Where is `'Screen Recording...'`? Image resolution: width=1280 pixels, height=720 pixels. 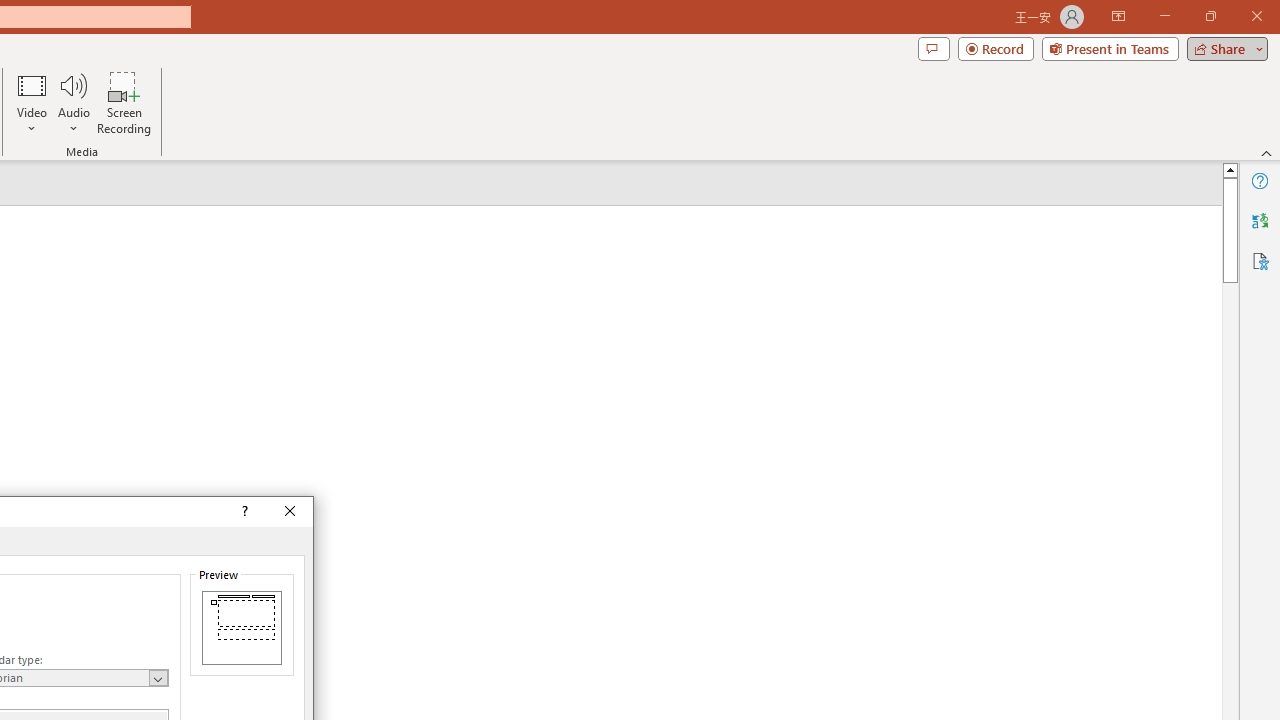
'Screen Recording...' is located at coordinates (123, 103).